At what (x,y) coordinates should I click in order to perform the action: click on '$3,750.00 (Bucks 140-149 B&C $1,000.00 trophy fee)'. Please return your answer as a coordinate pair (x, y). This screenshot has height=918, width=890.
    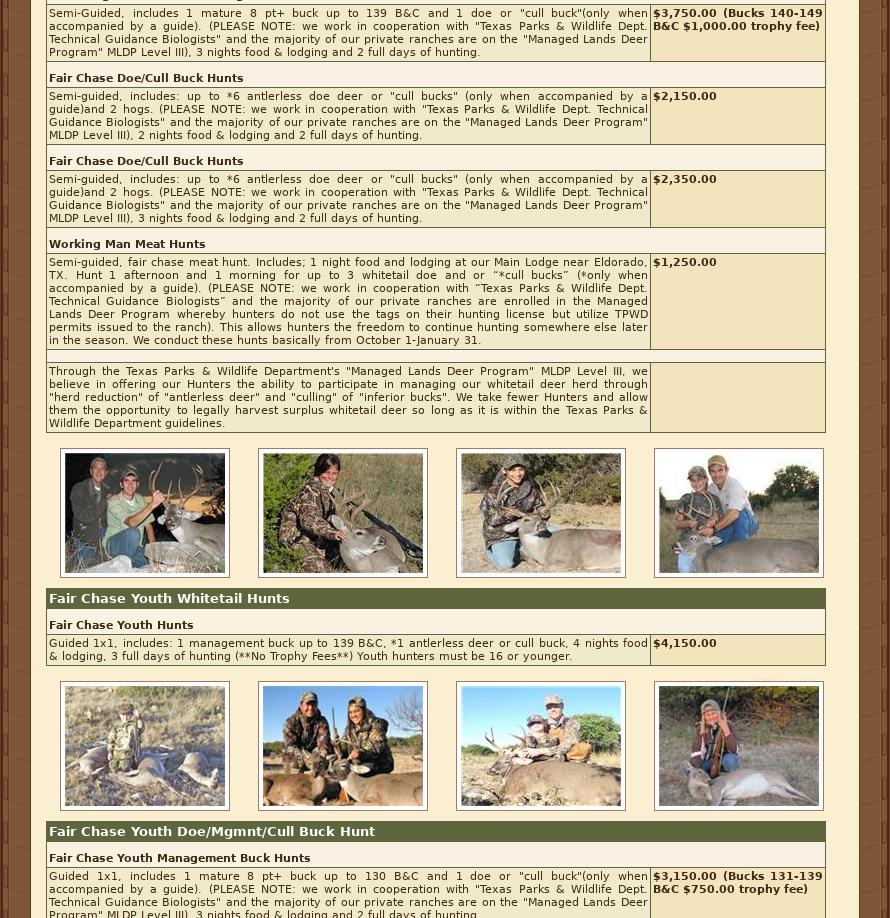
    Looking at the image, I should click on (736, 20).